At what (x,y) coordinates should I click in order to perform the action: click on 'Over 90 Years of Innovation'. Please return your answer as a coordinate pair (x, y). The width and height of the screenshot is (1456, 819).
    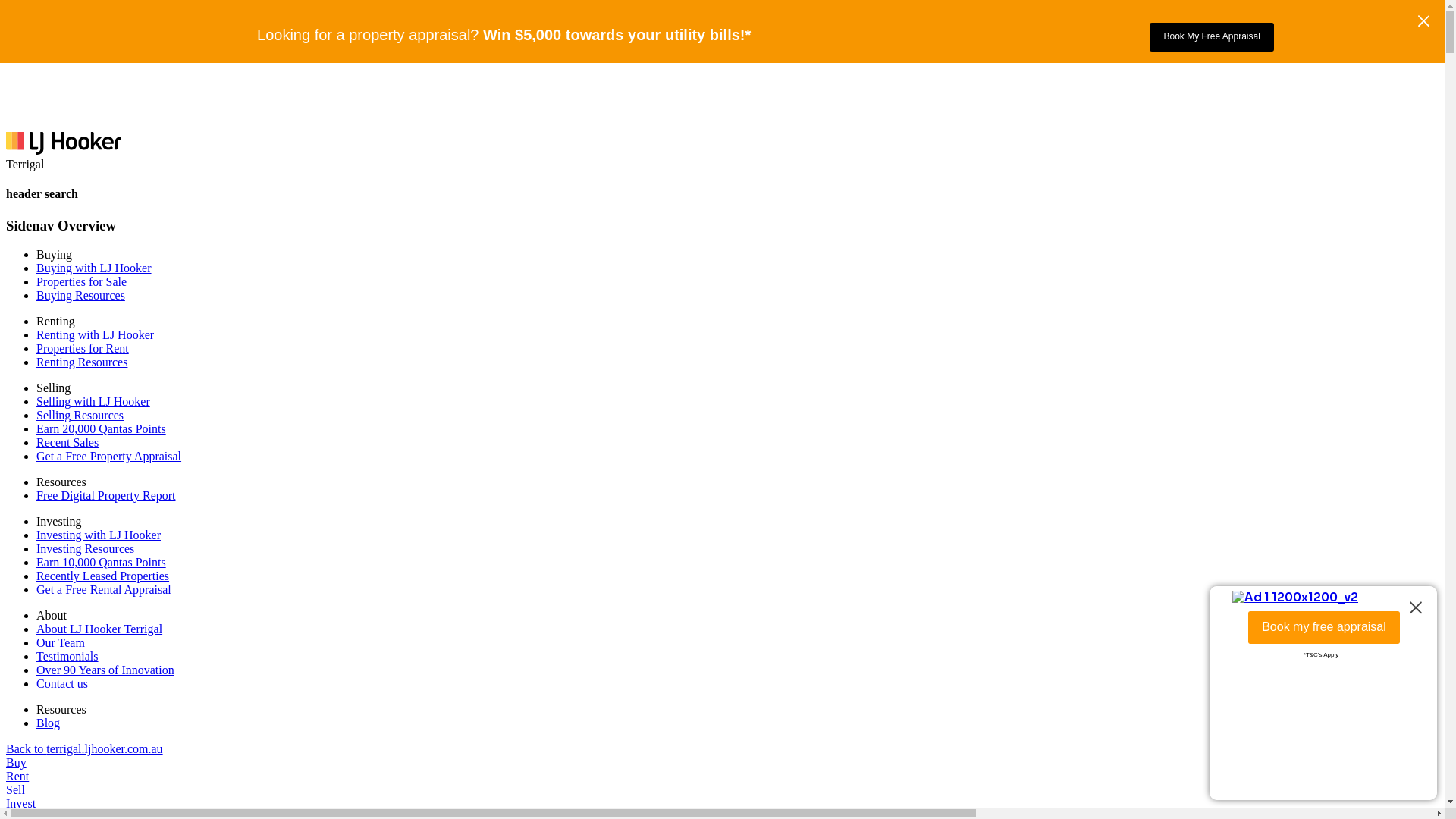
    Looking at the image, I should click on (105, 669).